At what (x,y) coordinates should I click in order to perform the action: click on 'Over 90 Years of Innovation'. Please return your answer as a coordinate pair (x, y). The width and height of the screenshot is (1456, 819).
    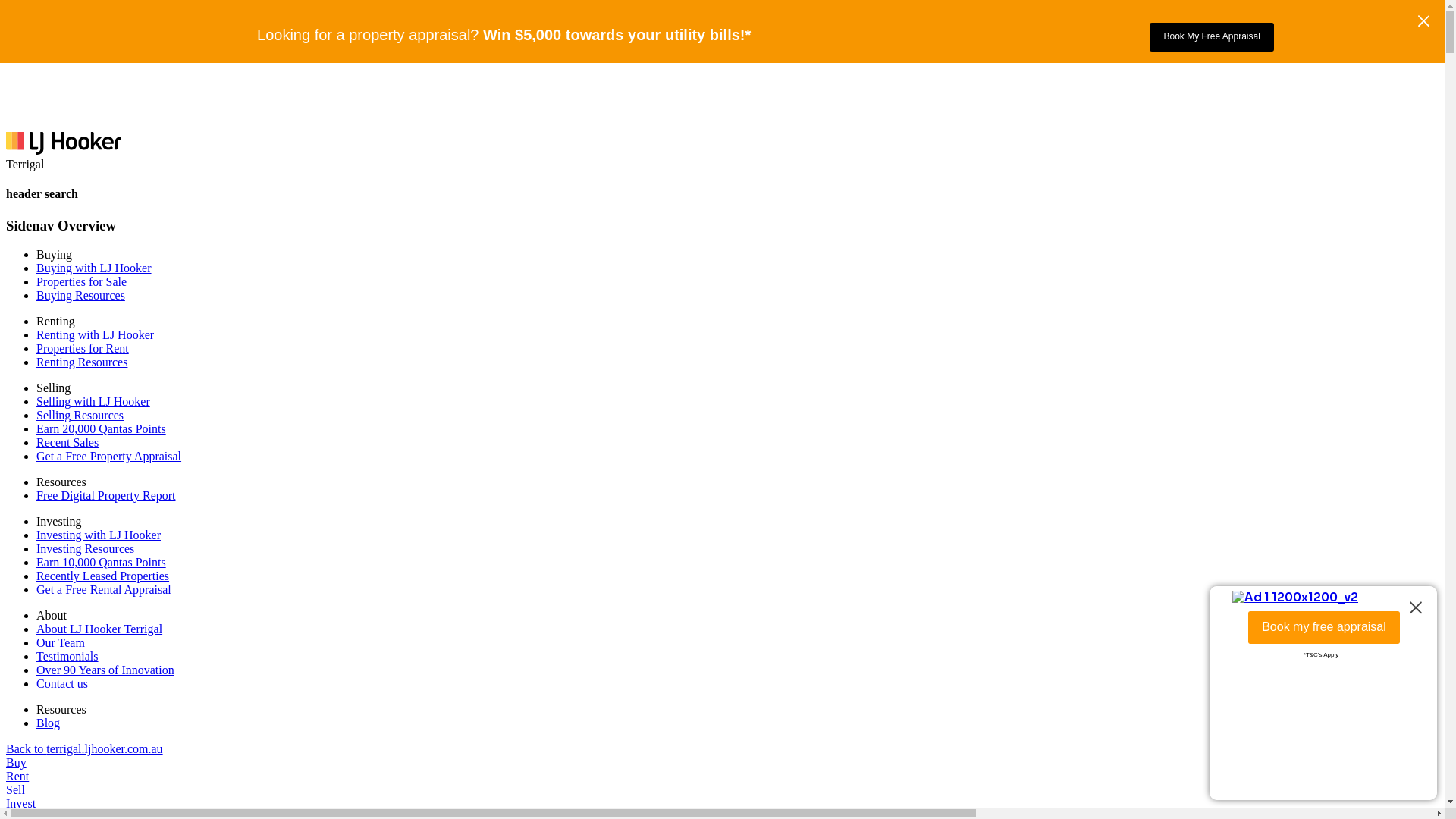
    Looking at the image, I should click on (105, 669).